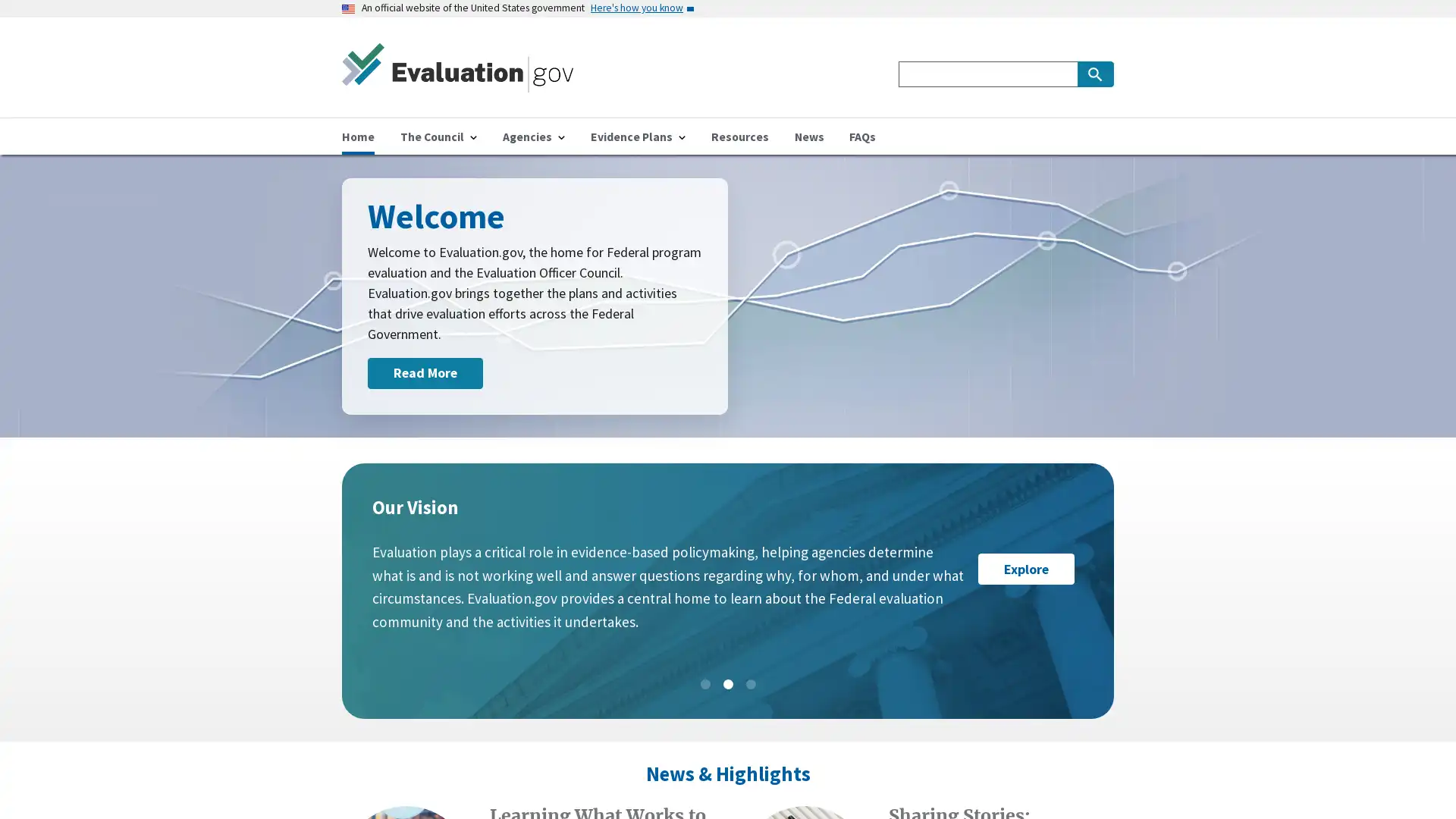 Image resolution: width=1456 pixels, height=819 pixels. Describe the element at coordinates (728, 684) in the screenshot. I see `Slide: 2` at that location.